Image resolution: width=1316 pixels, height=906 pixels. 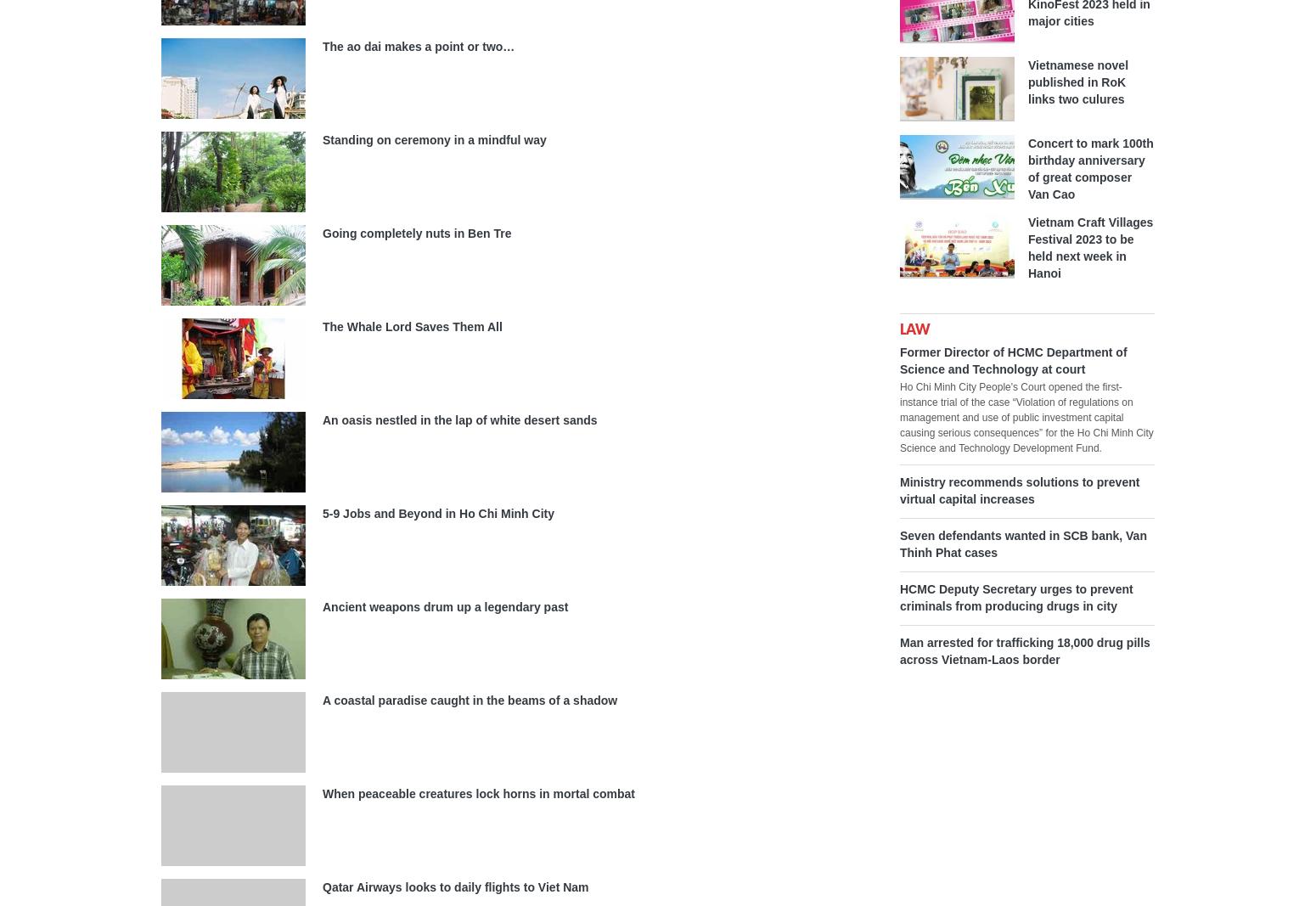 What do you see at coordinates (479, 794) in the screenshot?
I see `'When peaceable creatures lock horns in mortal combat'` at bounding box center [479, 794].